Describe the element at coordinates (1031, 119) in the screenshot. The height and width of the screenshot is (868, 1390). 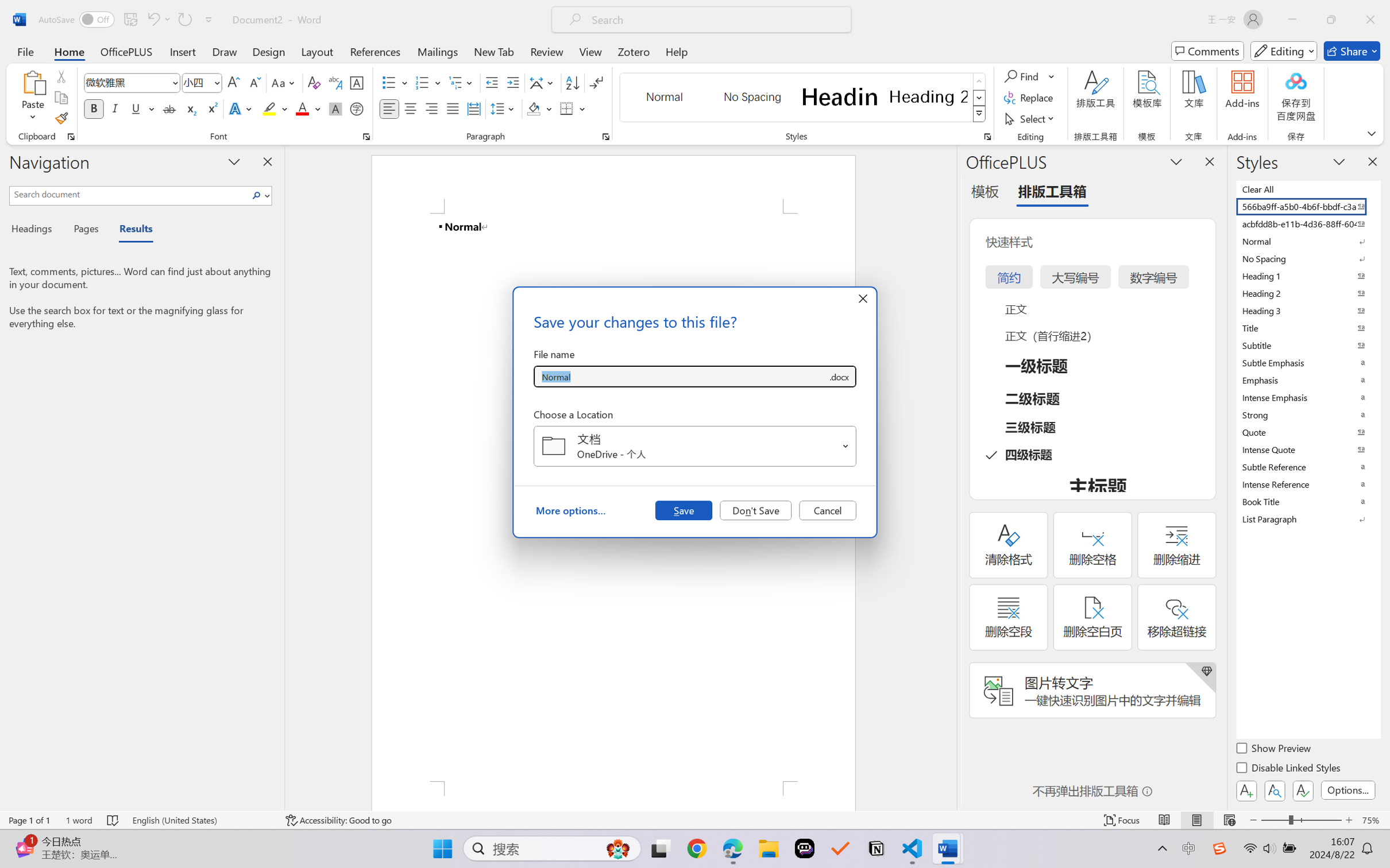
I see `'Select'` at that location.